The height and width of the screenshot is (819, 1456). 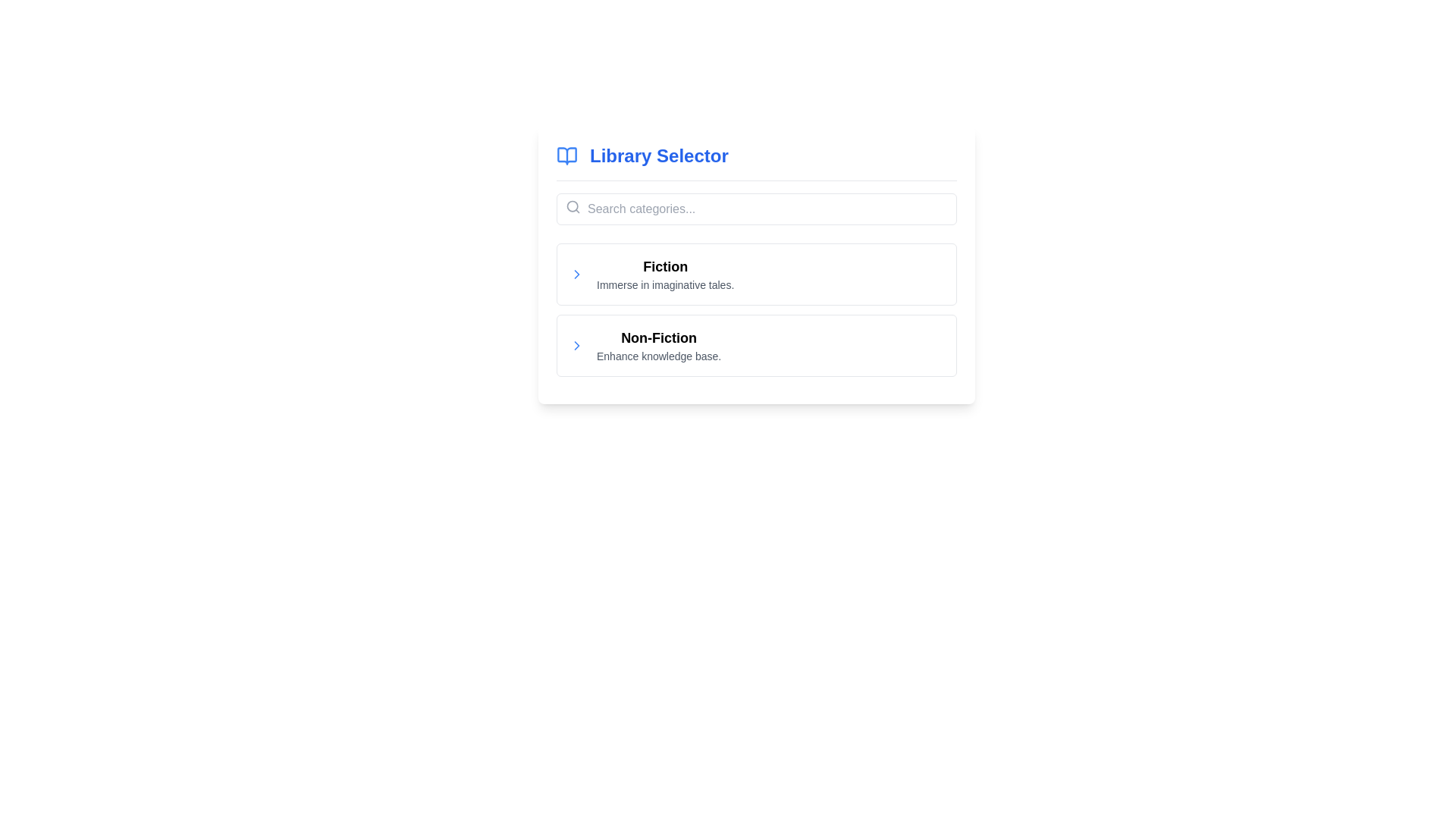 I want to click on the small gray magnifying glass icon located on the left side of the search bar, positioned before the placeholder text, so click(x=572, y=207).